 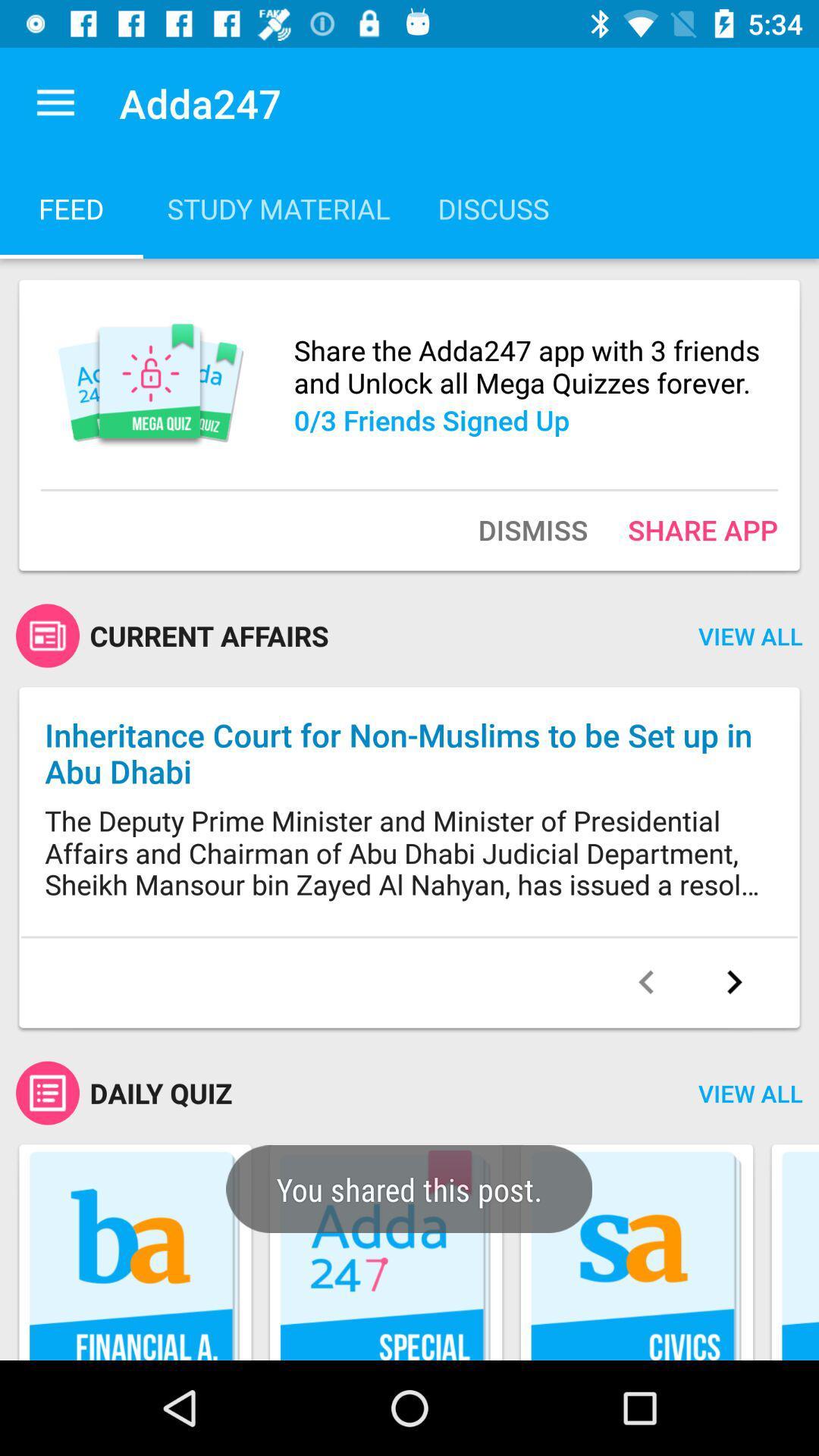 I want to click on the arrow_backward icon, so click(x=646, y=982).